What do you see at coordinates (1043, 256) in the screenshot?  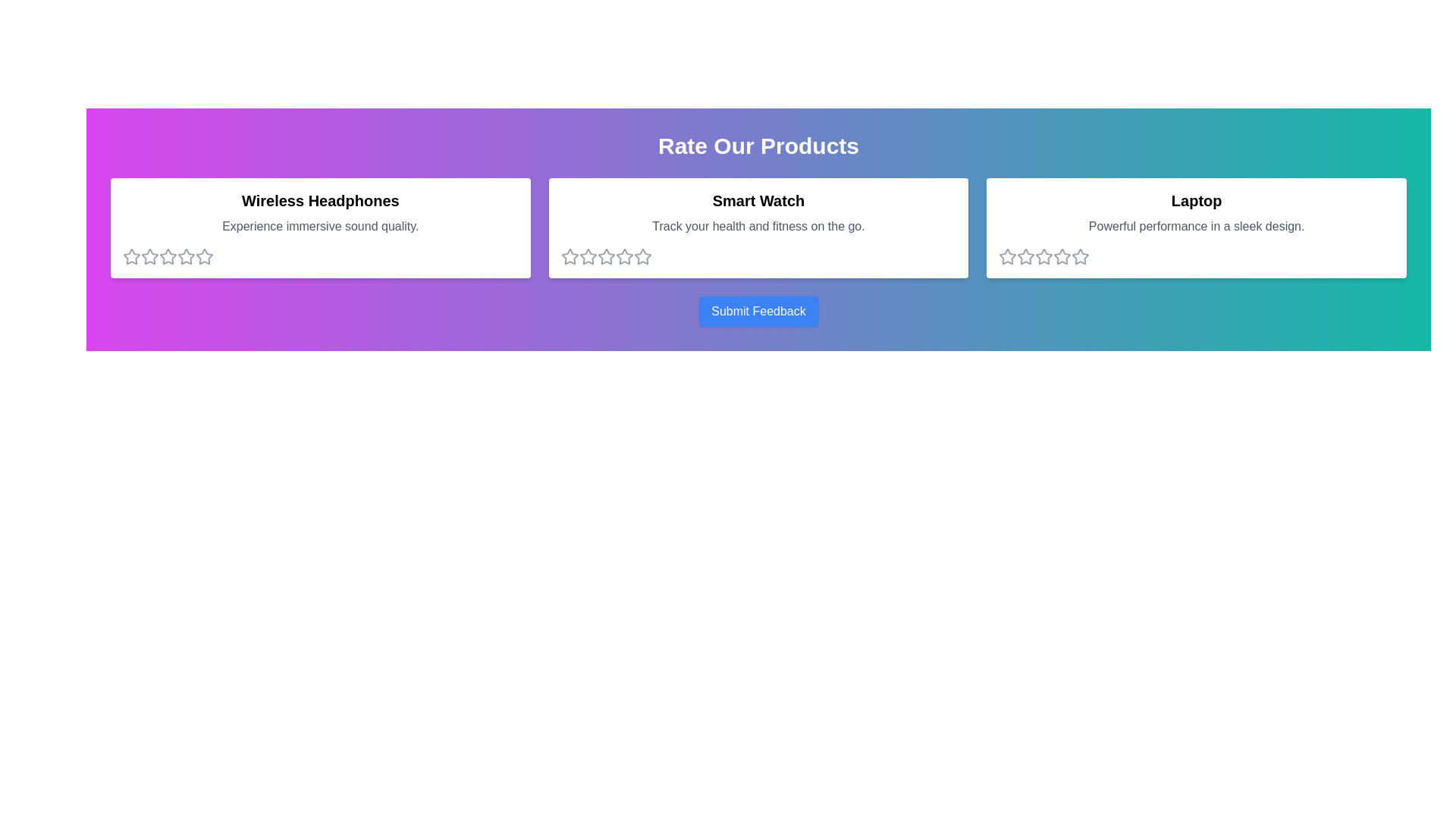 I see `the 3 star for the product Laptop to set its rating` at bounding box center [1043, 256].